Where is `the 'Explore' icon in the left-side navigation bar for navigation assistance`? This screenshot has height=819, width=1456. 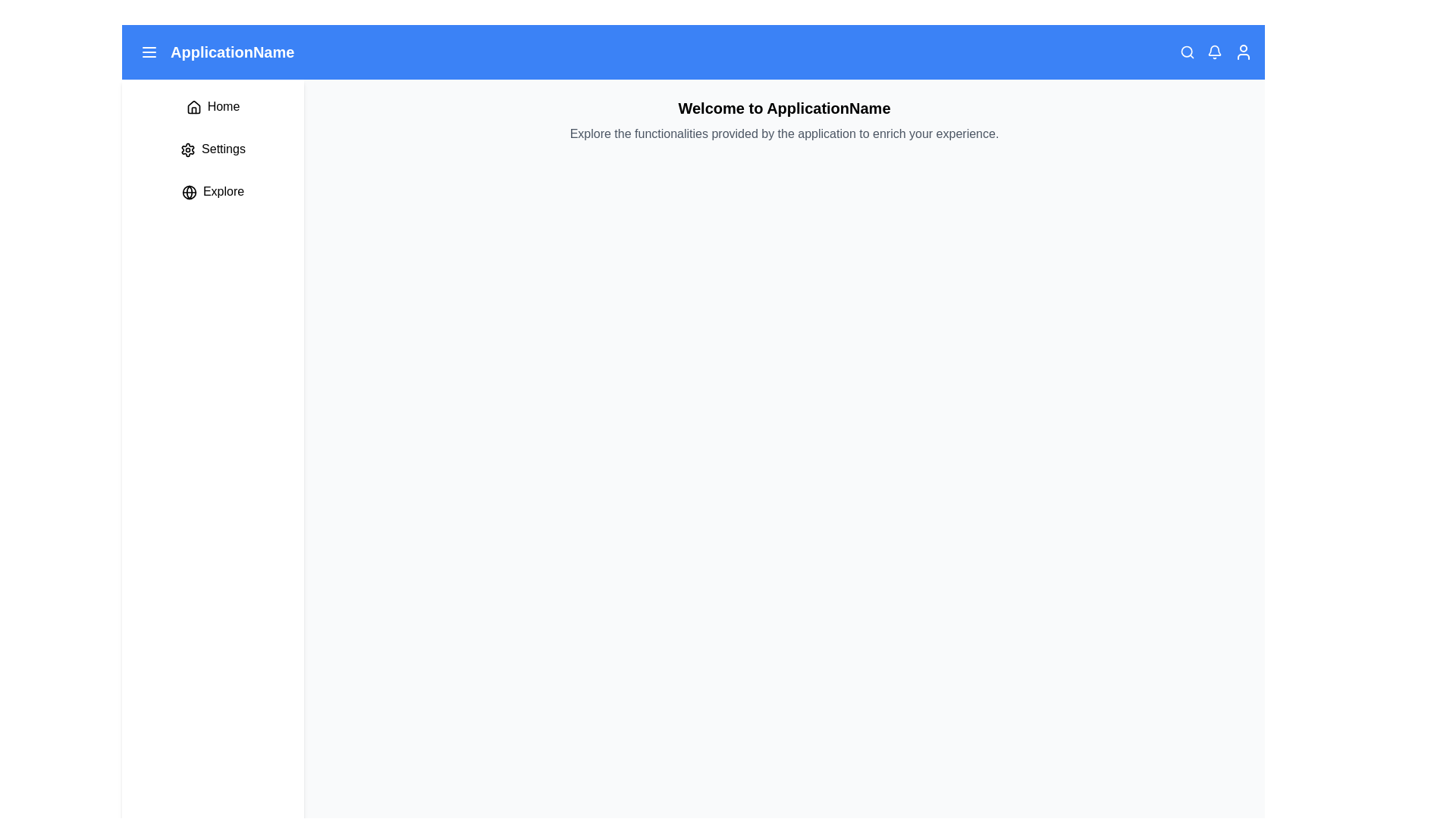
the 'Explore' icon in the left-side navigation bar for navigation assistance is located at coordinates (188, 191).